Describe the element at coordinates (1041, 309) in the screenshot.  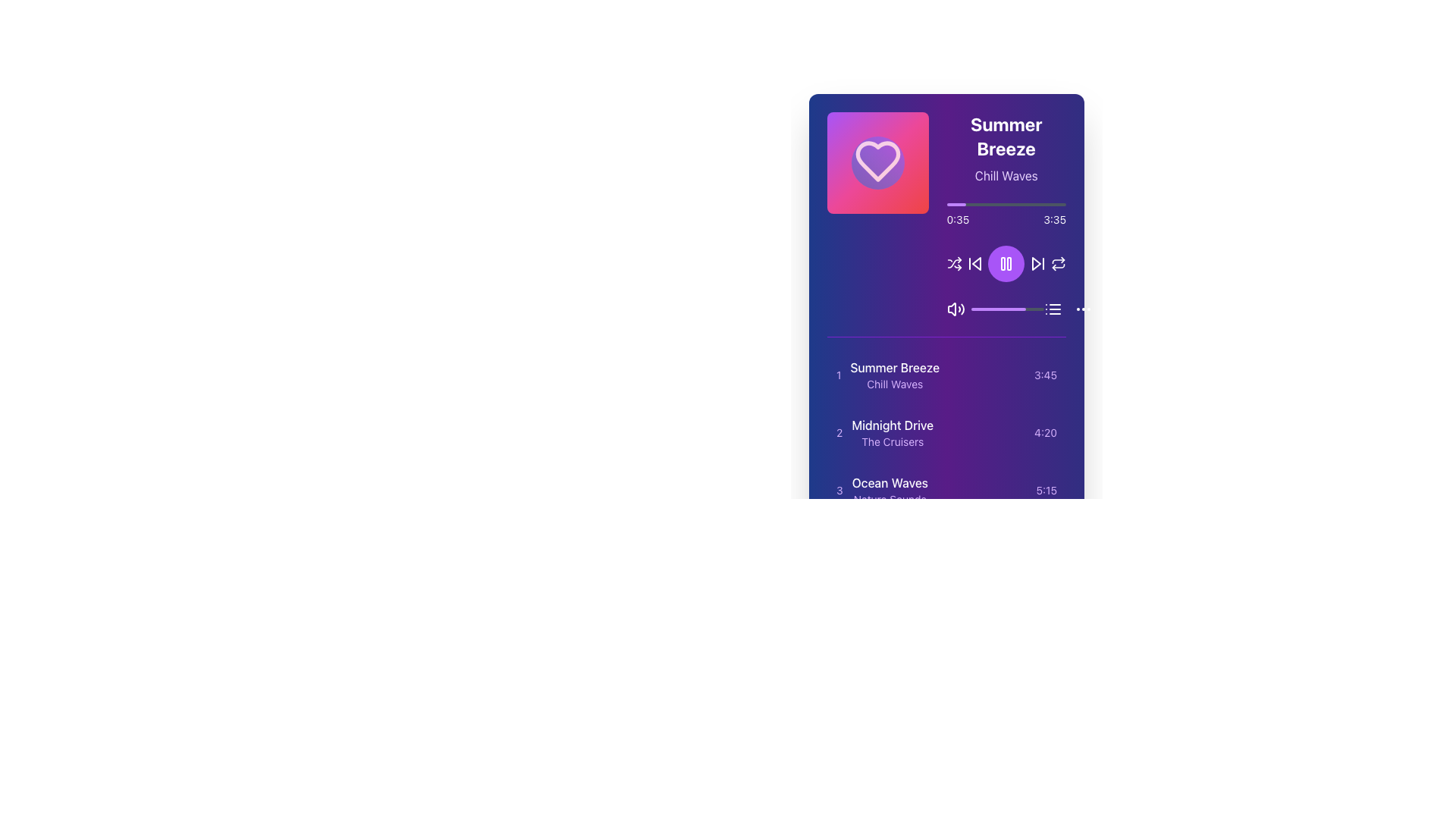
I see `the slider value` at that location.